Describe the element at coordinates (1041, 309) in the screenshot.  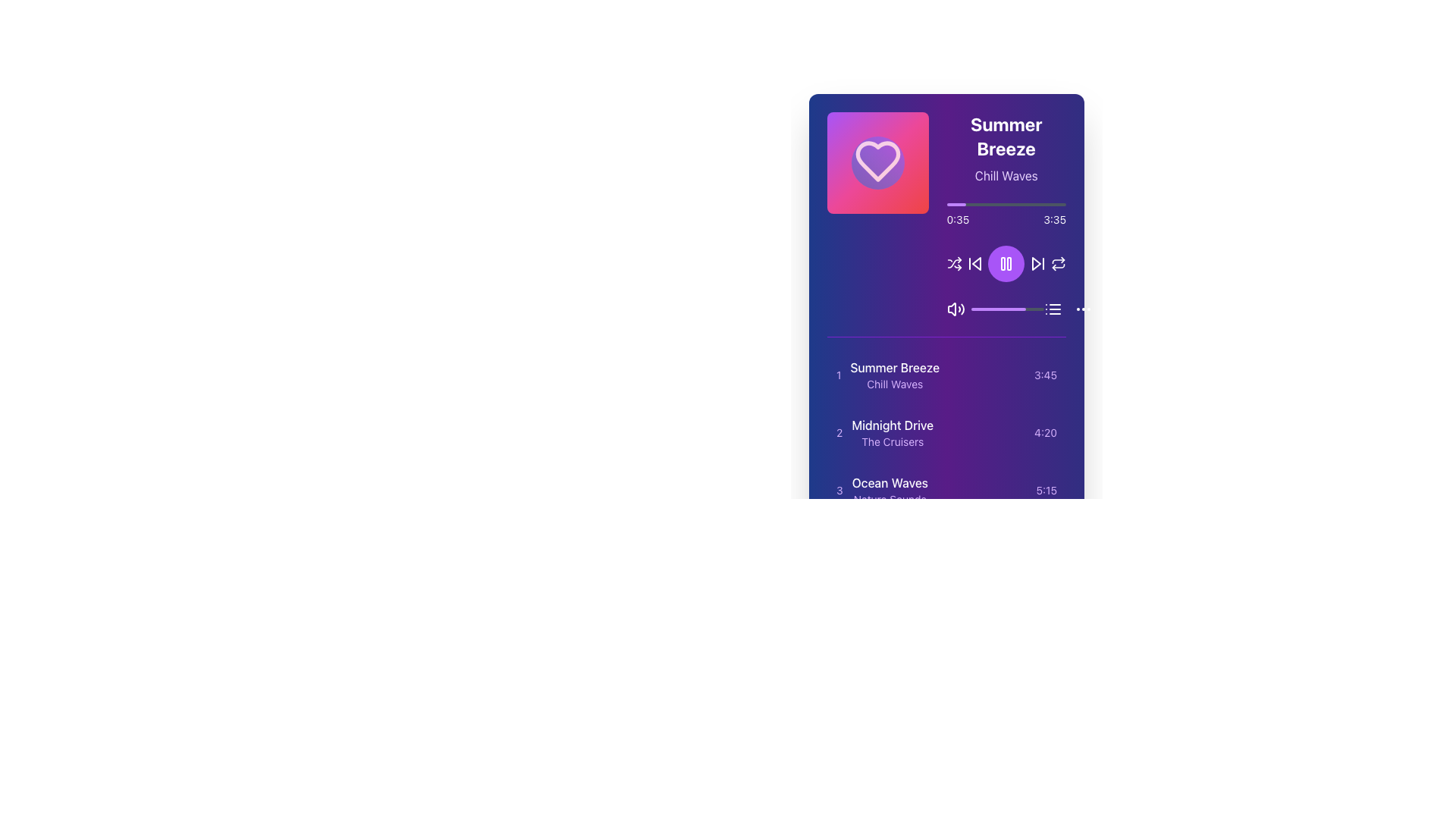
I see `the slider value` at that location.